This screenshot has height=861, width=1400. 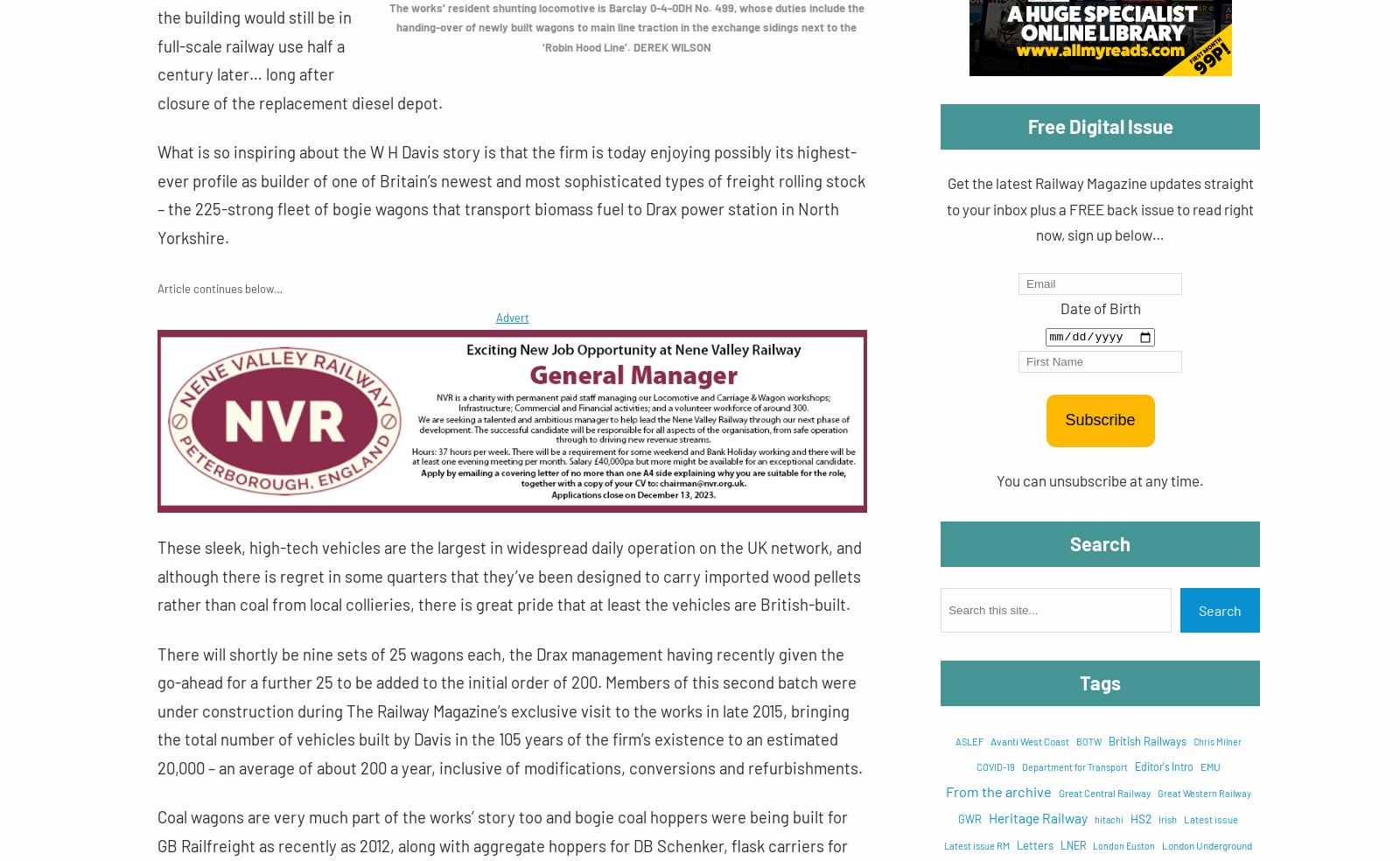 I want to click on 'What is so inspiring about the W H Davis story is that the firm is today enjoying possibly its highest-ever profile as builder of one of Britain’s newest and most sophisticated types of freight rolling stock – the 225-strong fleet of bogie wagons that transport biomass fuel to Drax power station in North Yorkshire.', so click(x=510, y=193).